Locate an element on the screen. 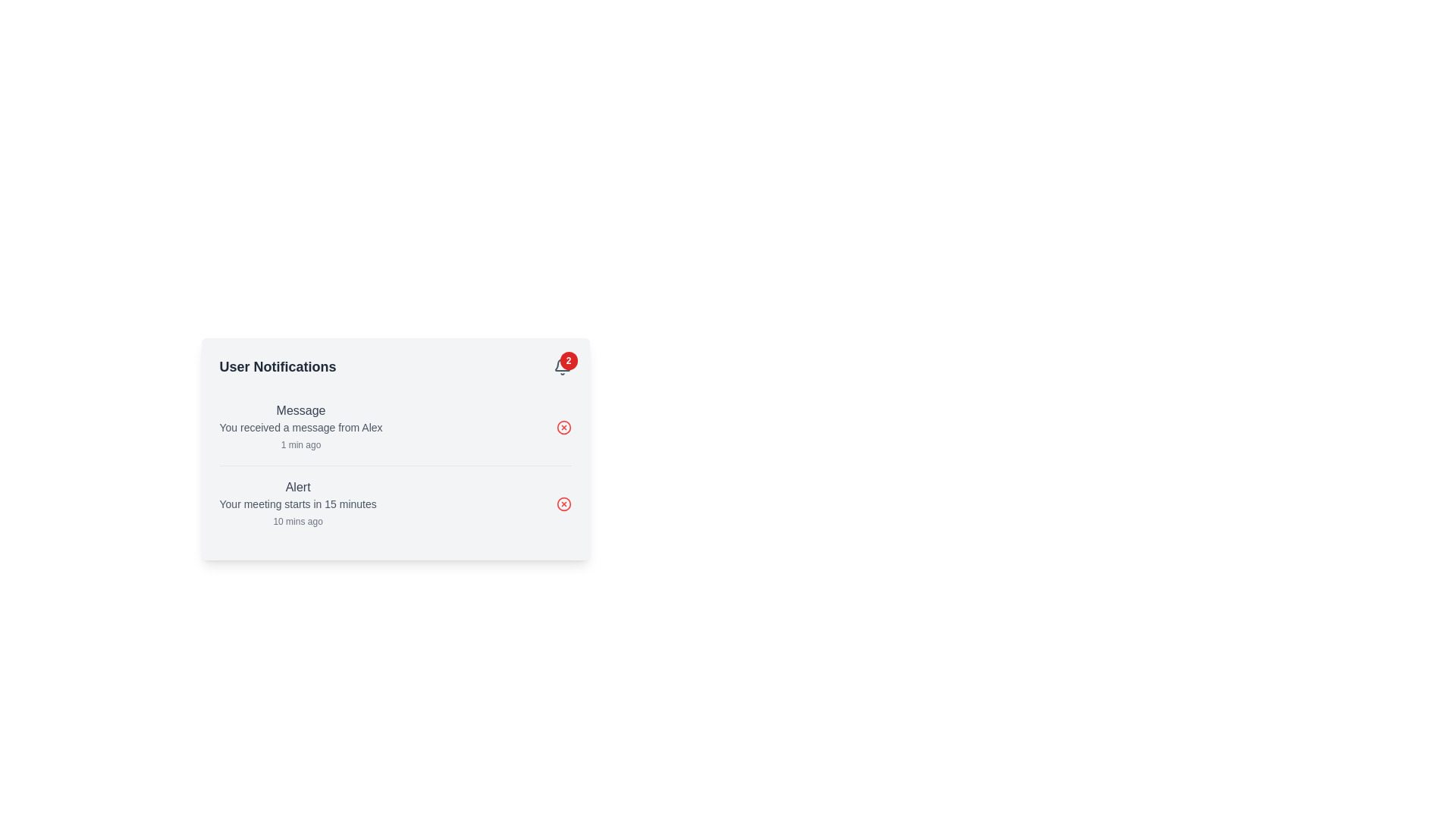  the static text label at the top of the notification entry in the User Notifications panel is located at coordinates (301, 411).